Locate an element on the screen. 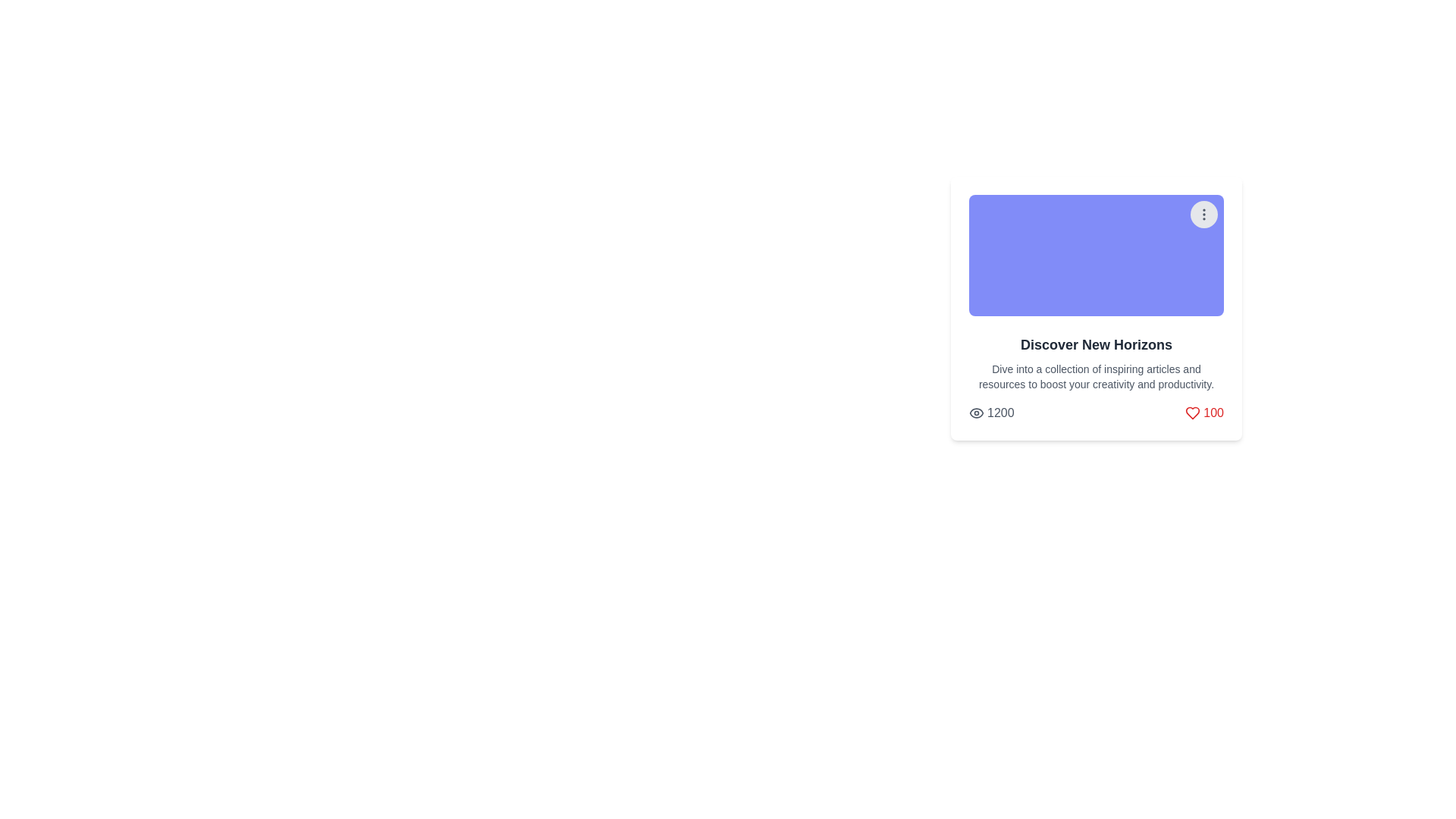 The image size is (1456, 819). the circular button with a light gray background and three dark gray dots, located at the top-right corner of a blue rectangular image is located at coordinates (1203, 214).